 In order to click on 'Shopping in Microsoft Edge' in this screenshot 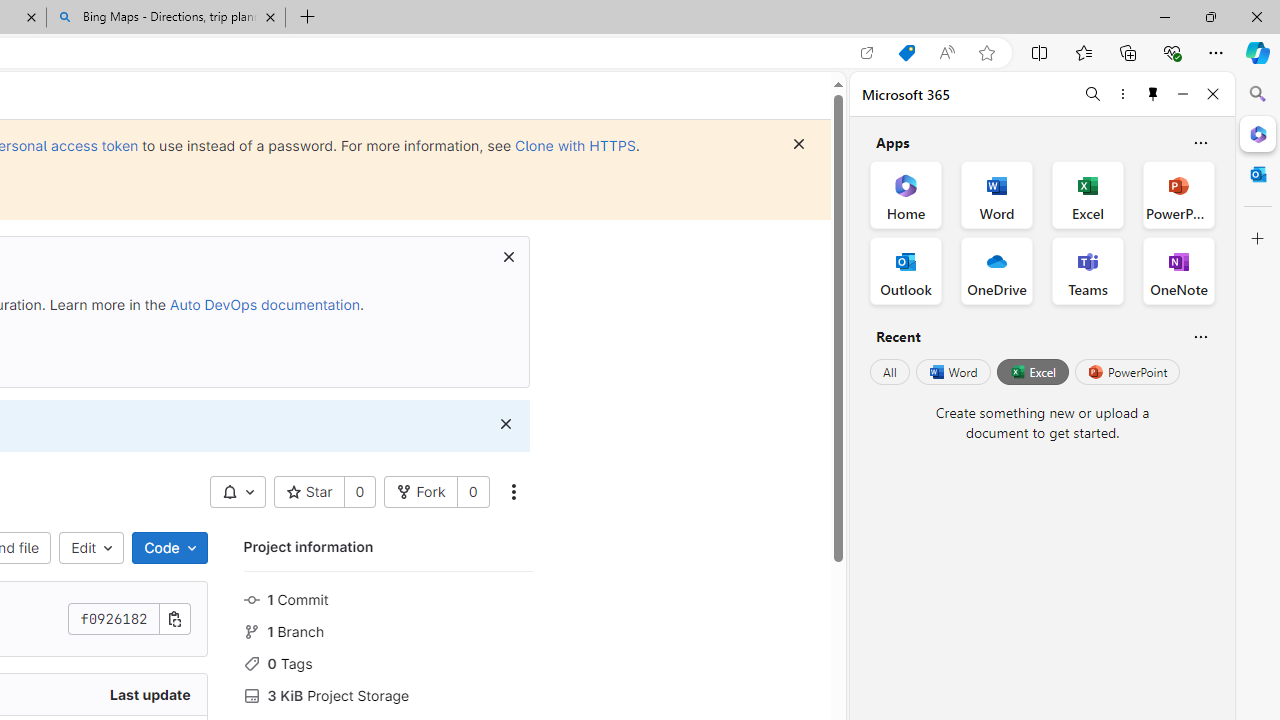, I will do `click(905, 52)`.